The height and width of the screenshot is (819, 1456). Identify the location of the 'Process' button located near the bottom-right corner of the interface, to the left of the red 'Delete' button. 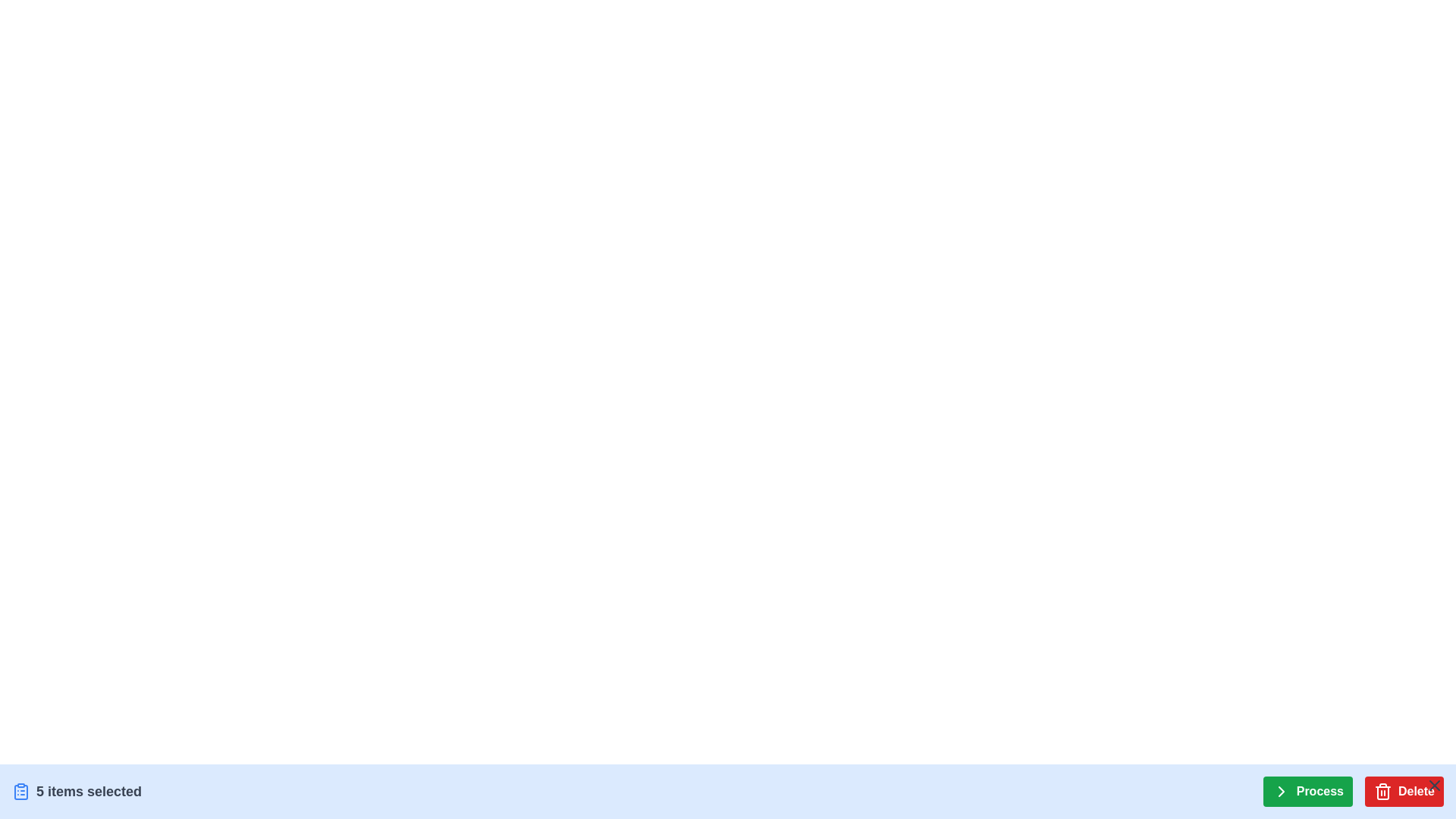
(1307, 791).